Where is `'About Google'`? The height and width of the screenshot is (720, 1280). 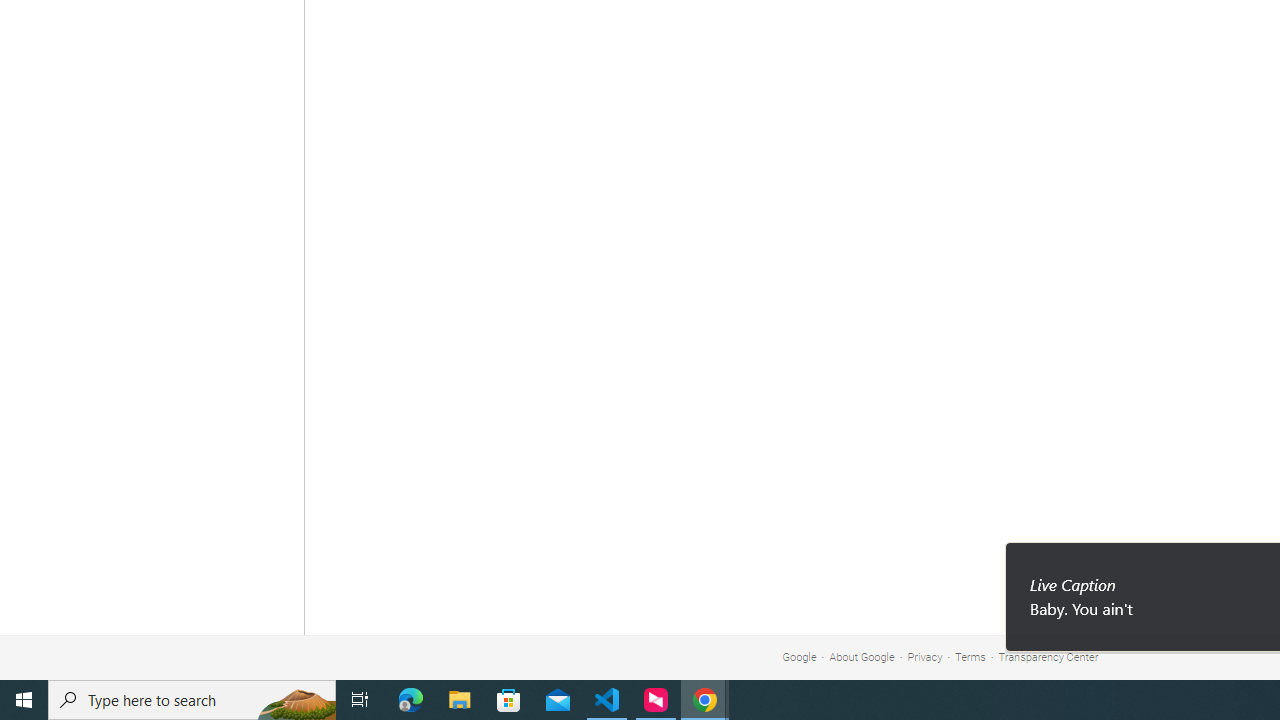 'About Google' is located at coordinates (862, 657).